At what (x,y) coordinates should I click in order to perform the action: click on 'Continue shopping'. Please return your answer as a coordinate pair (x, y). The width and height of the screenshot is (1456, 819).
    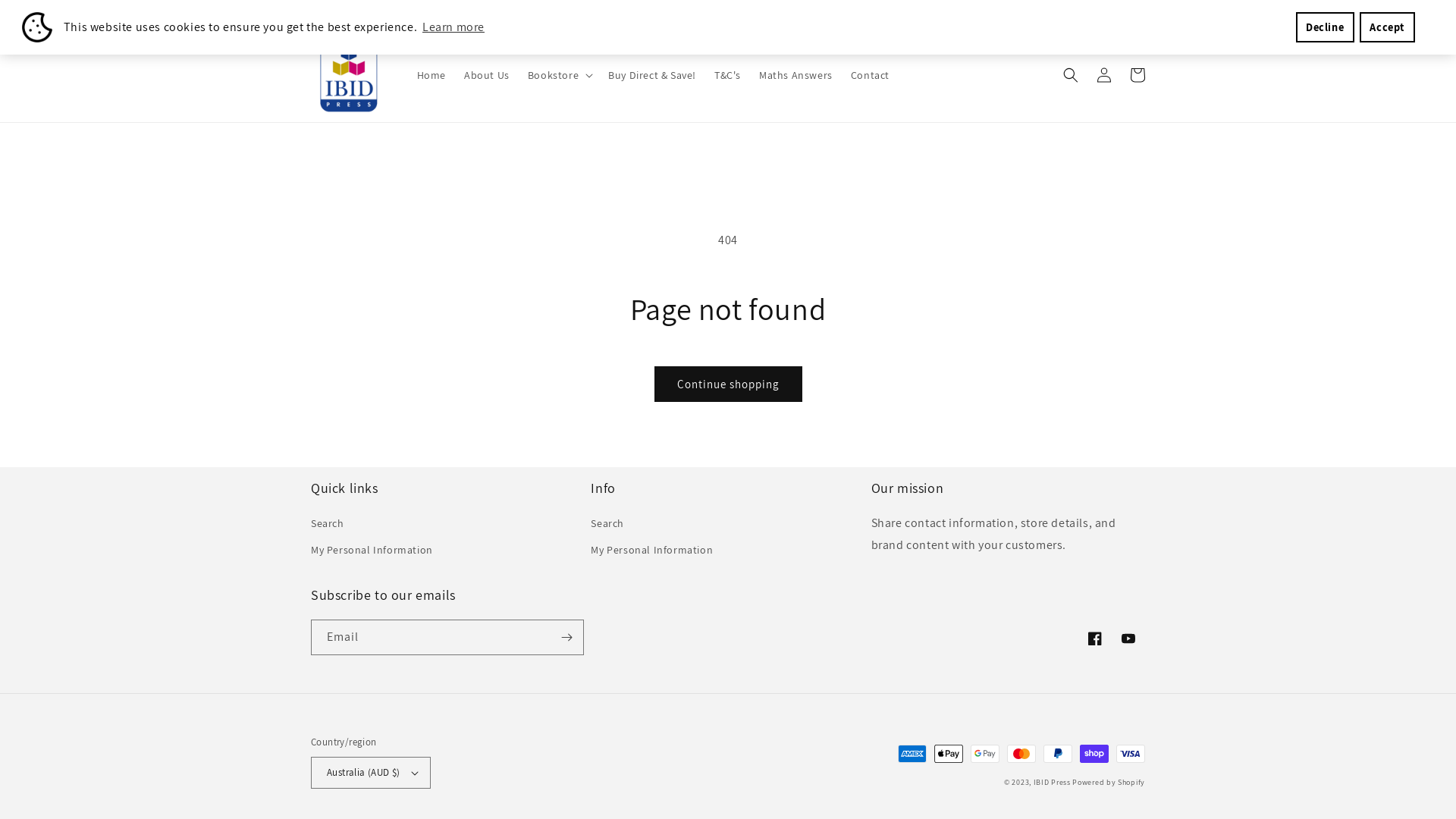
    Looking at the image, I should click on (726, 383).